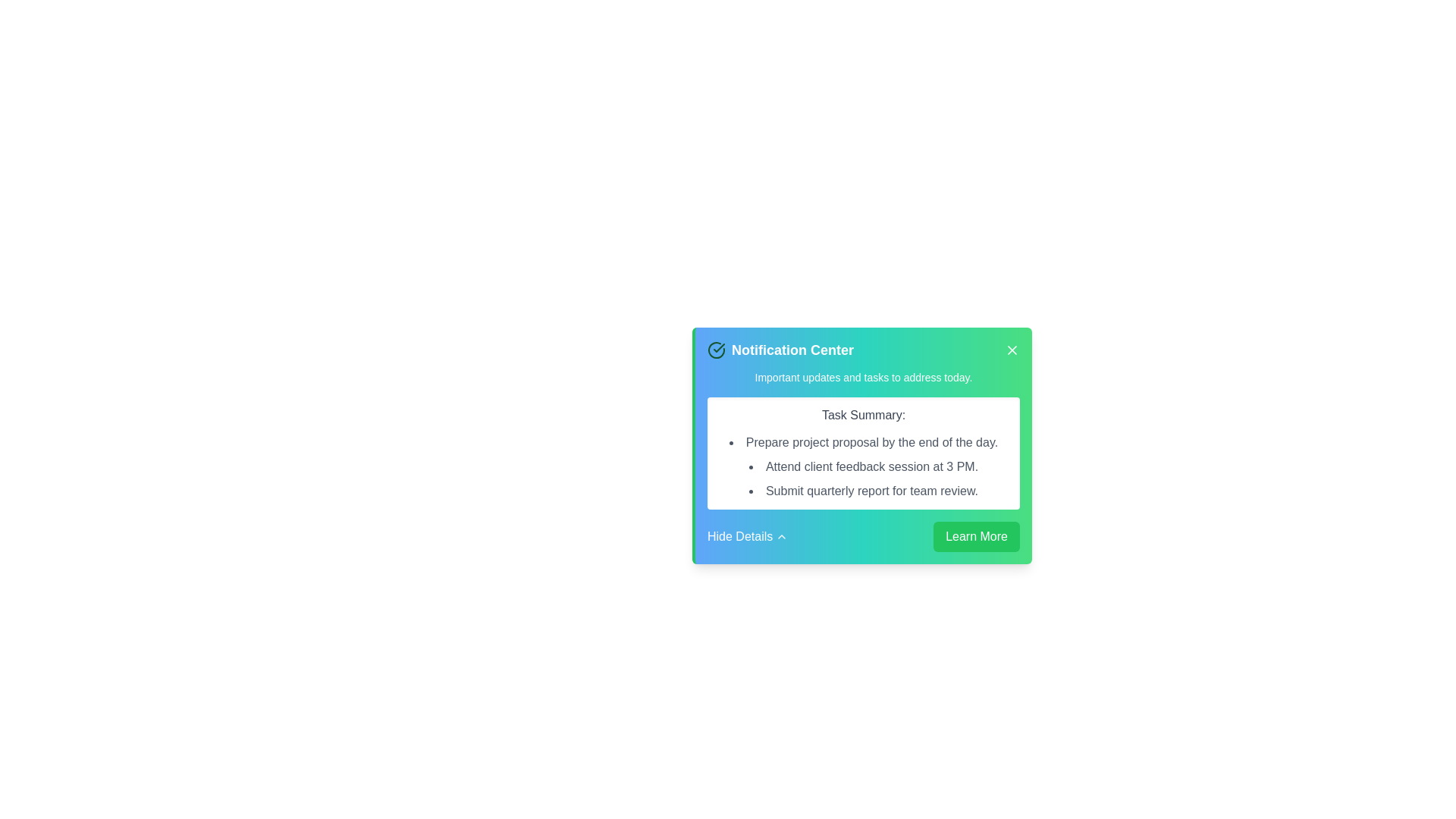 This screenshot has width=1456, height=819. What do you see at coordinates (863, 442) in the screenshot?
I see `the first static text element in the notification card that communicates a specific task within the 'Task Summary:' section` at bounding box center [863, 442].